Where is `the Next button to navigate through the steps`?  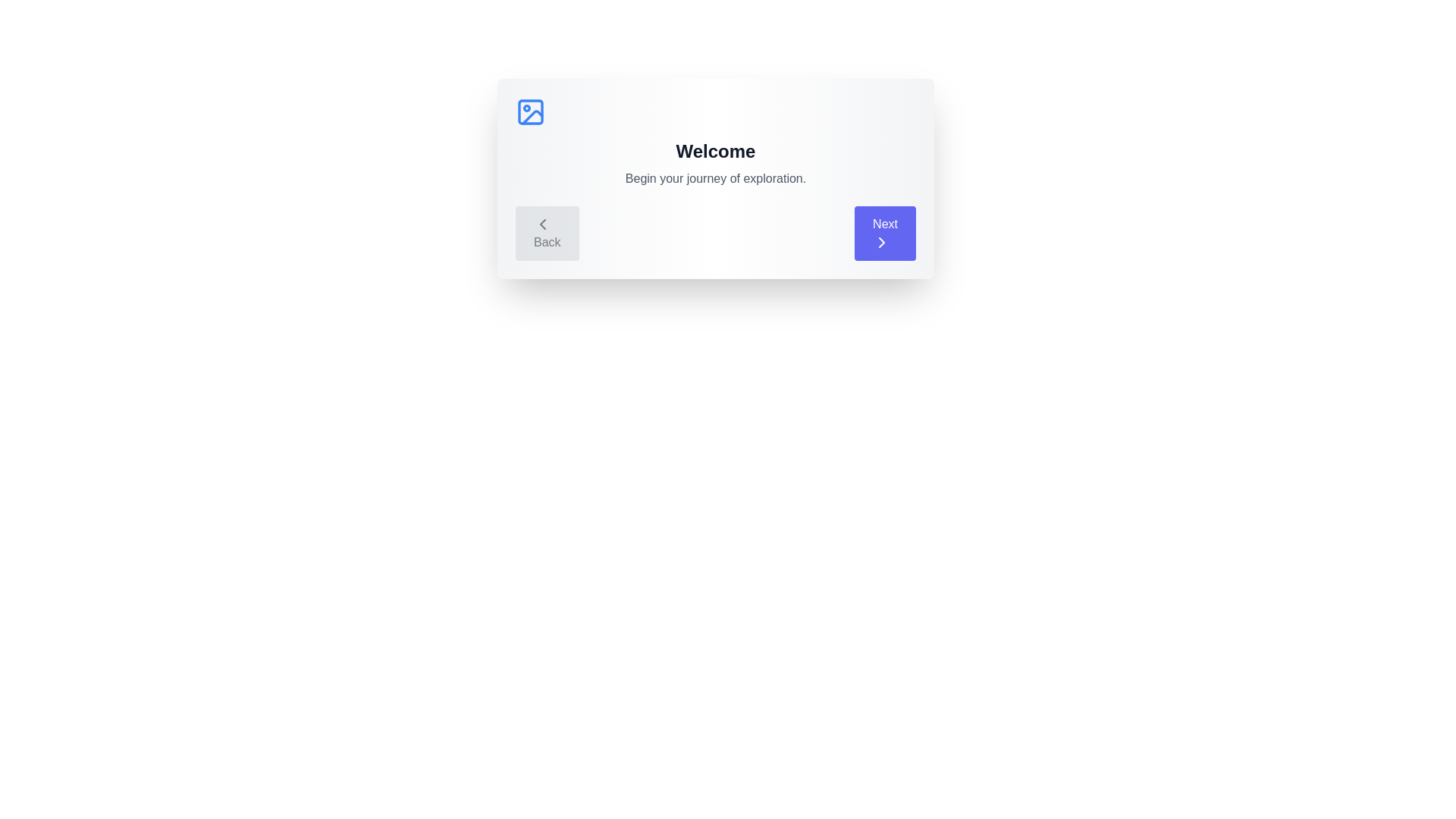 the Next button to navigate through the steps is located at coordinates (885, 234).